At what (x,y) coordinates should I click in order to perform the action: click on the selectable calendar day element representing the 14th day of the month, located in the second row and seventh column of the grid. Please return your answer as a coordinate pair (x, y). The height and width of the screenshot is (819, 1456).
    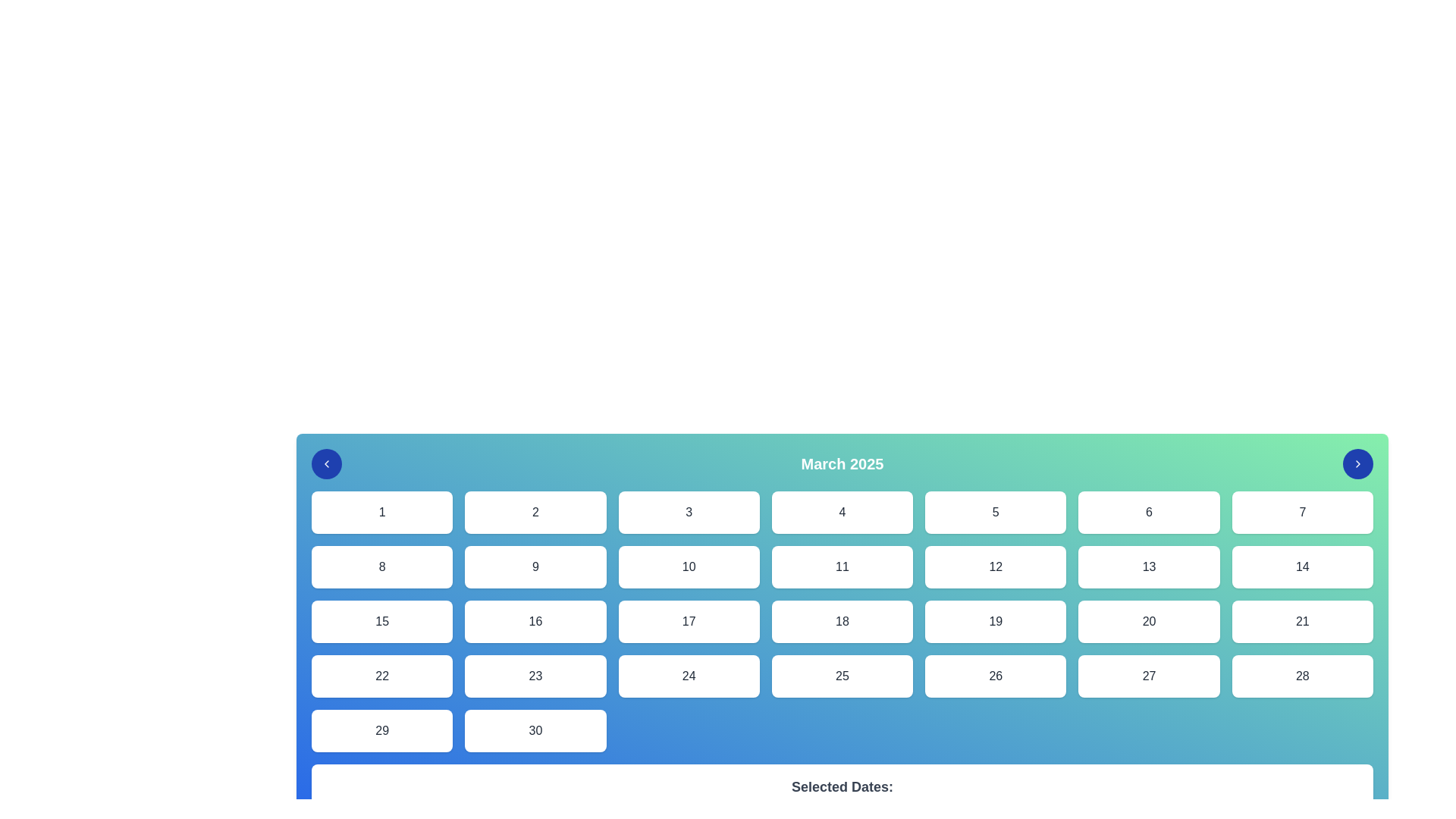
    Looking at the image, I should click on (1301, 567).